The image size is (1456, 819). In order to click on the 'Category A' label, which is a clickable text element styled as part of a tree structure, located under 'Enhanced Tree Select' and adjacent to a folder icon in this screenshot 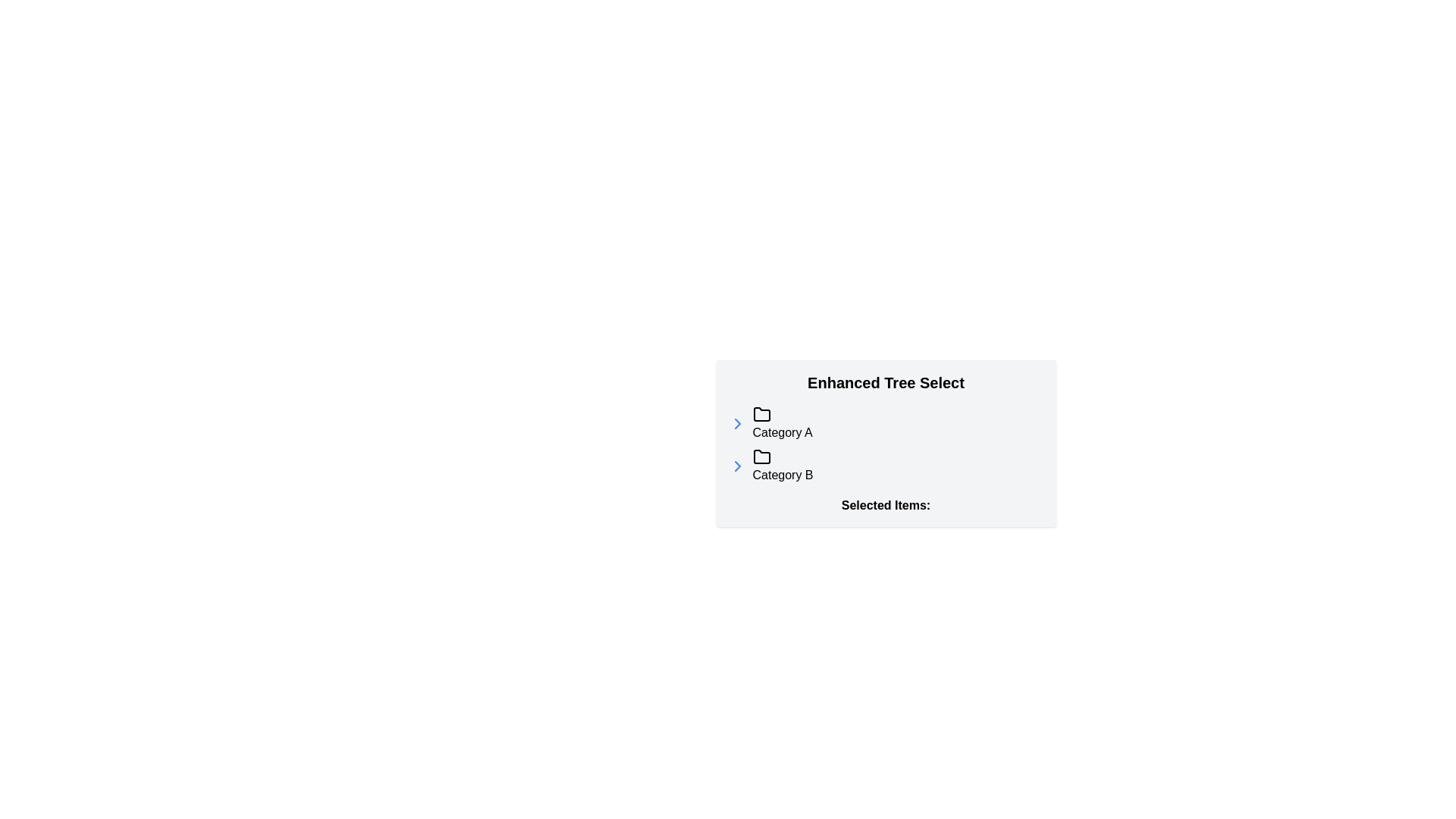, I will do `click(783, 424)`.